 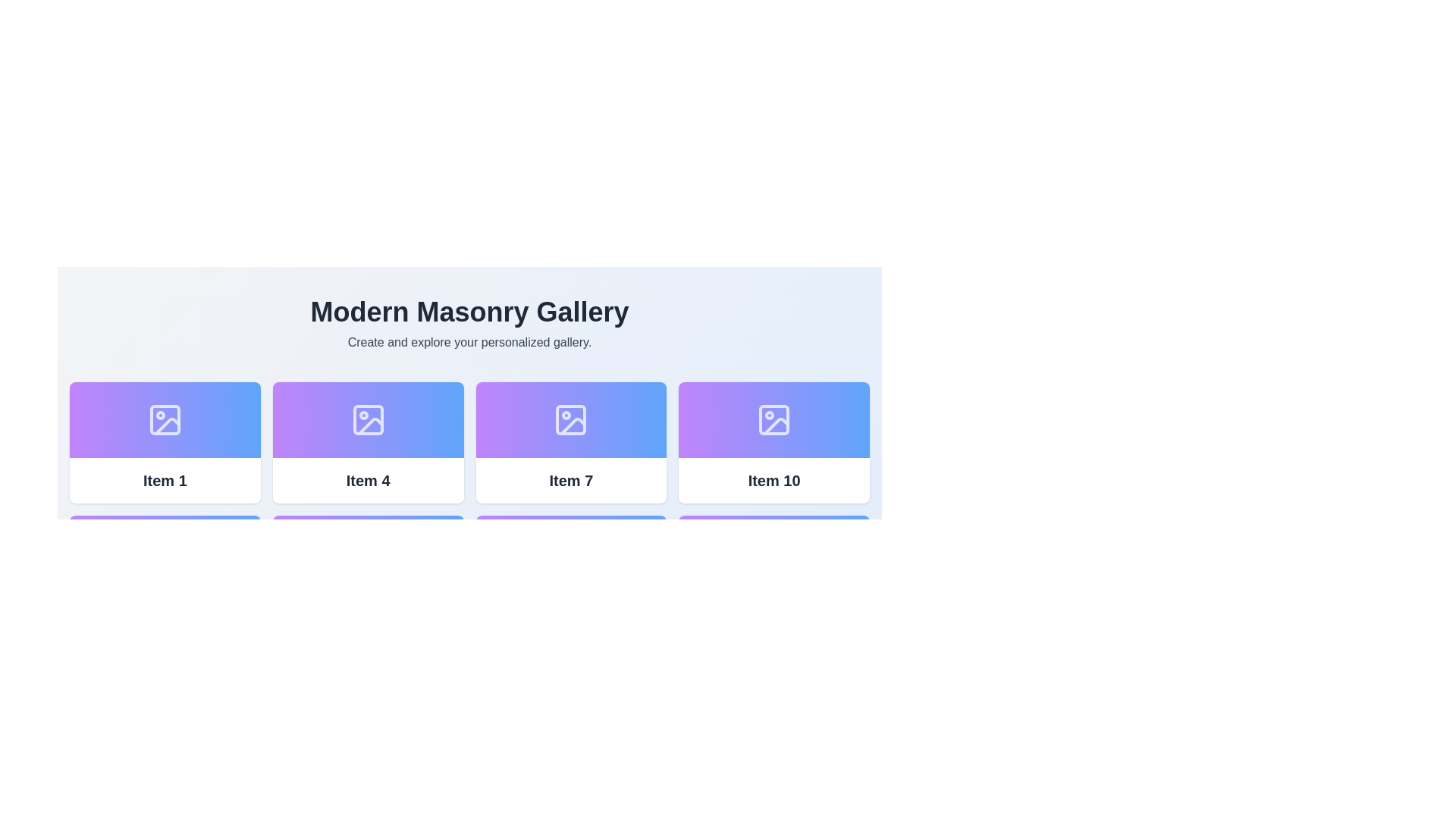 I want to click on the diagonal line icon within the first card labeled 'Item 1' in the four-card grid layout, so click(x=167, y=426).